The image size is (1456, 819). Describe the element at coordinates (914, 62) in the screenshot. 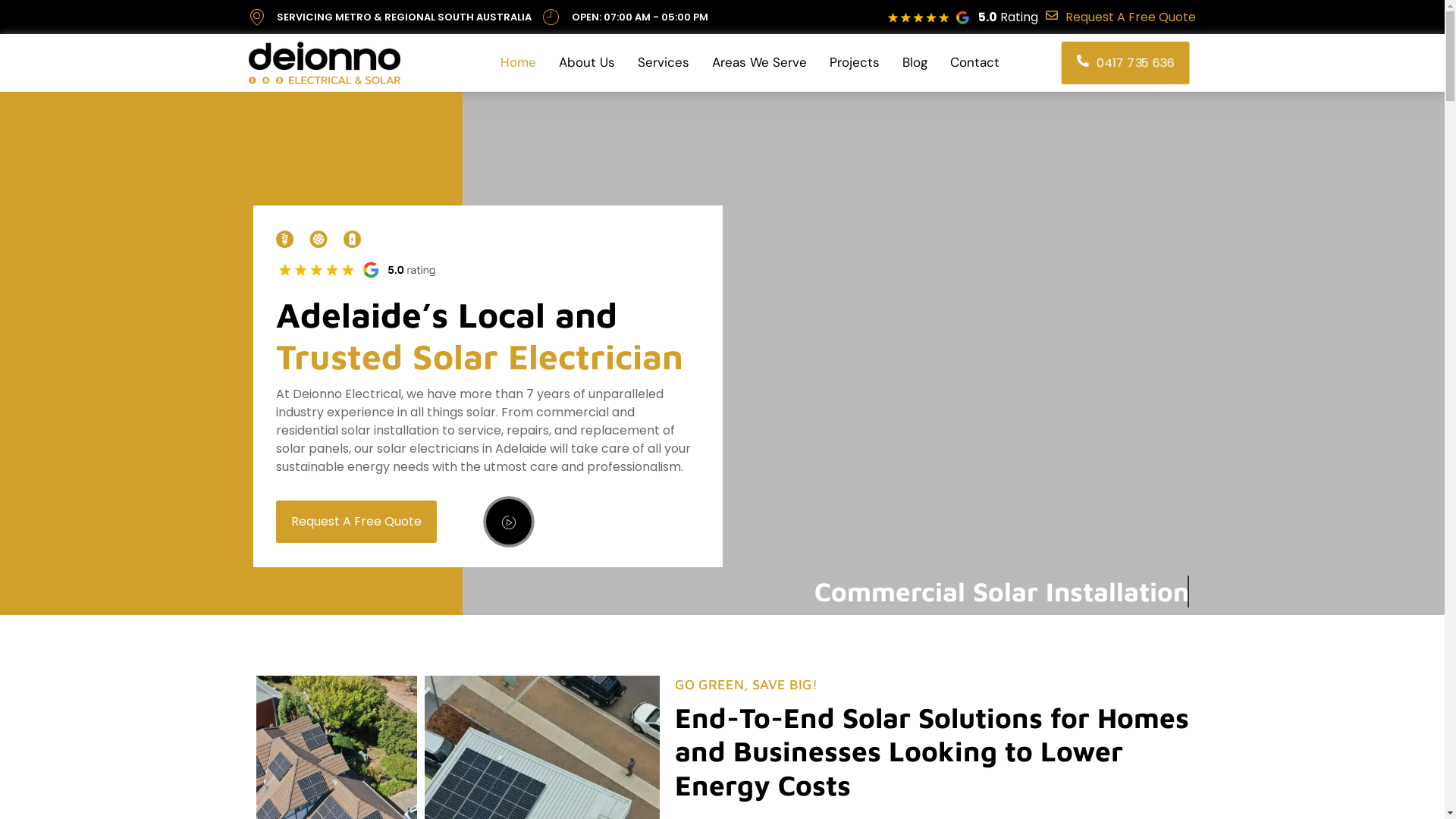

I see `'Blog'` at that location.